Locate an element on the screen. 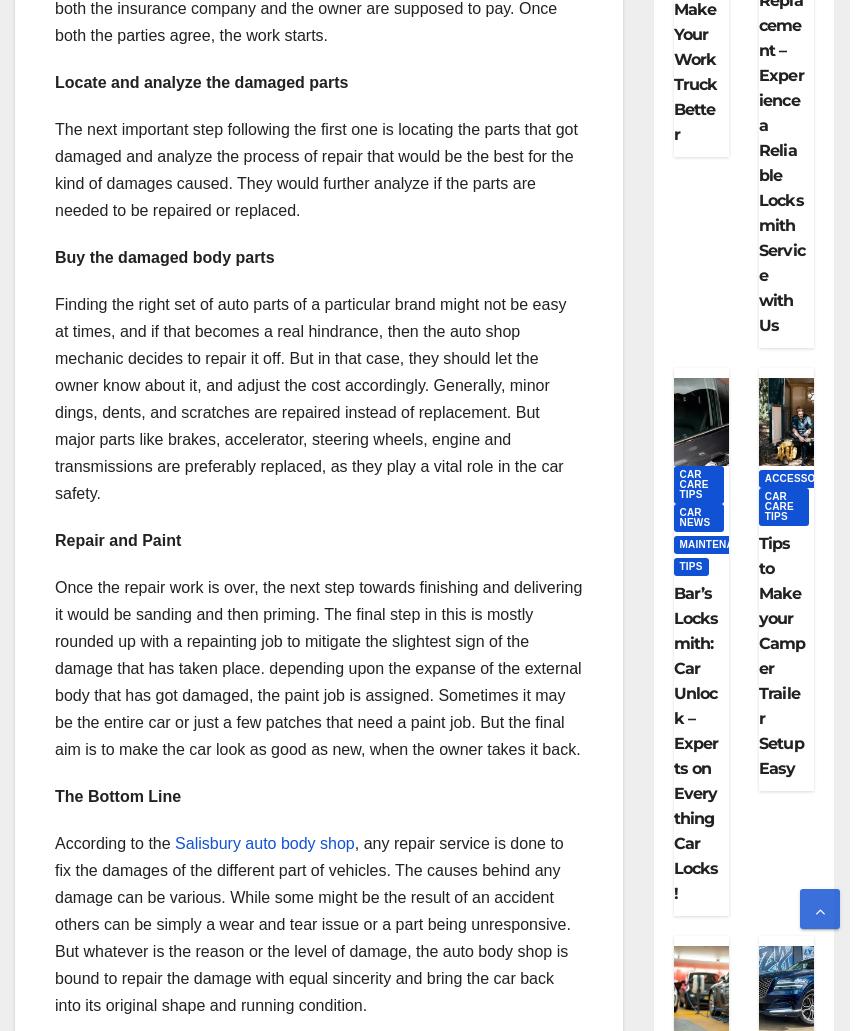 Image resolution: width=855 pixels, height=1031 pixels. 'Car News' is located at coordinates (693, 516).